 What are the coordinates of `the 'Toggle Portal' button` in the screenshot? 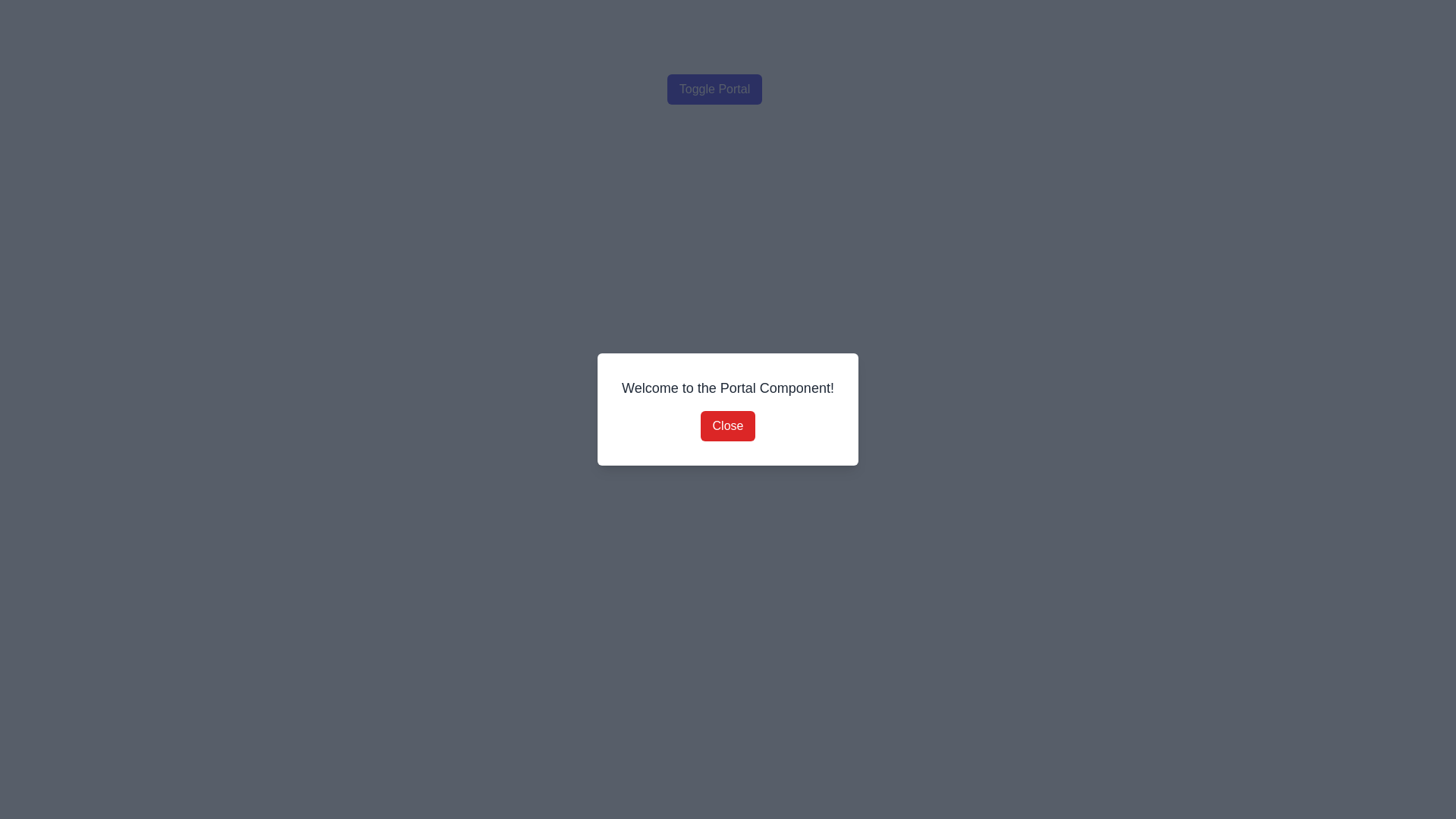 It's located at (714, 89).